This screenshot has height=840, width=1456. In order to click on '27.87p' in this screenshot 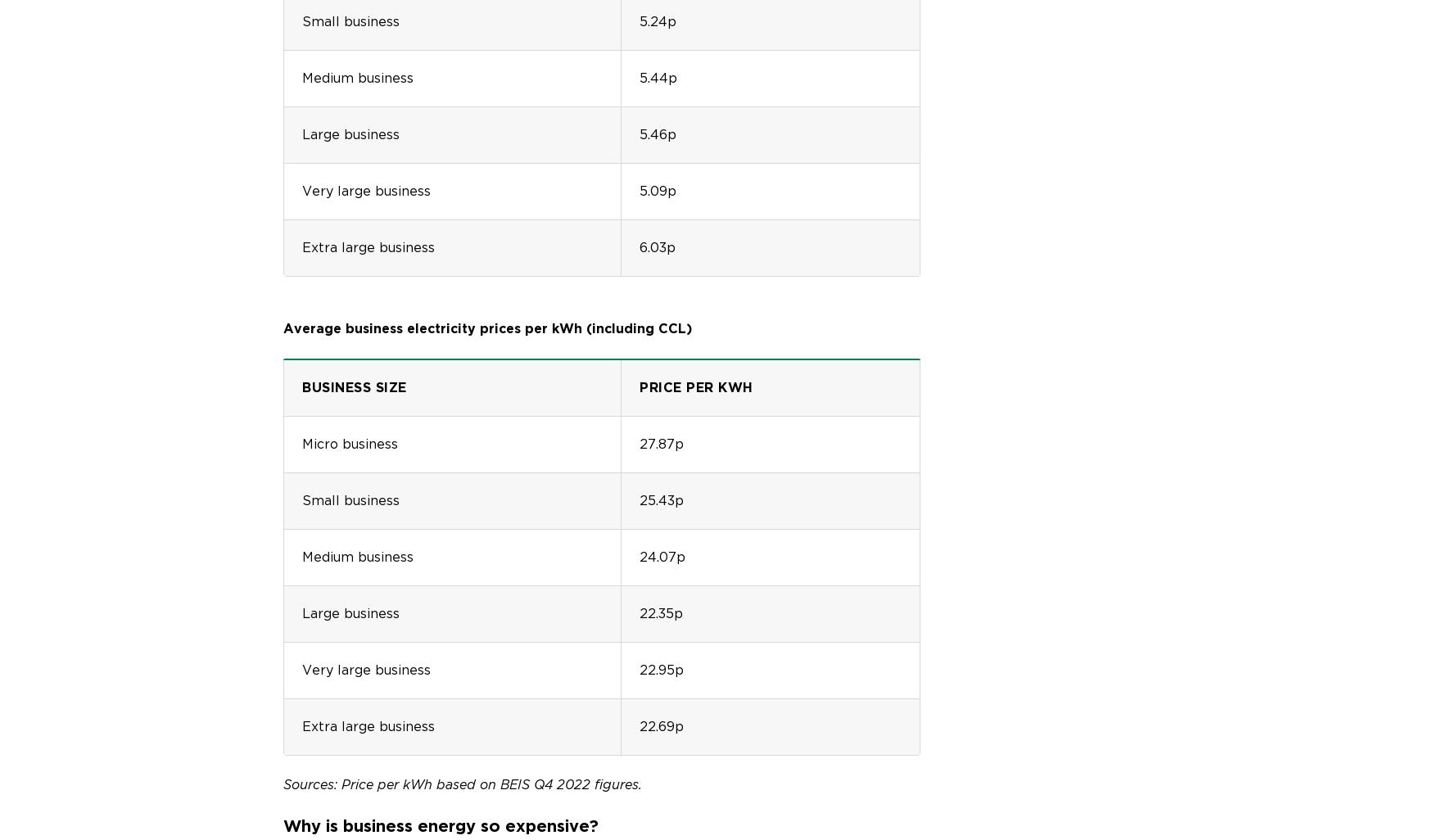, I will do `click(661, 443)`.